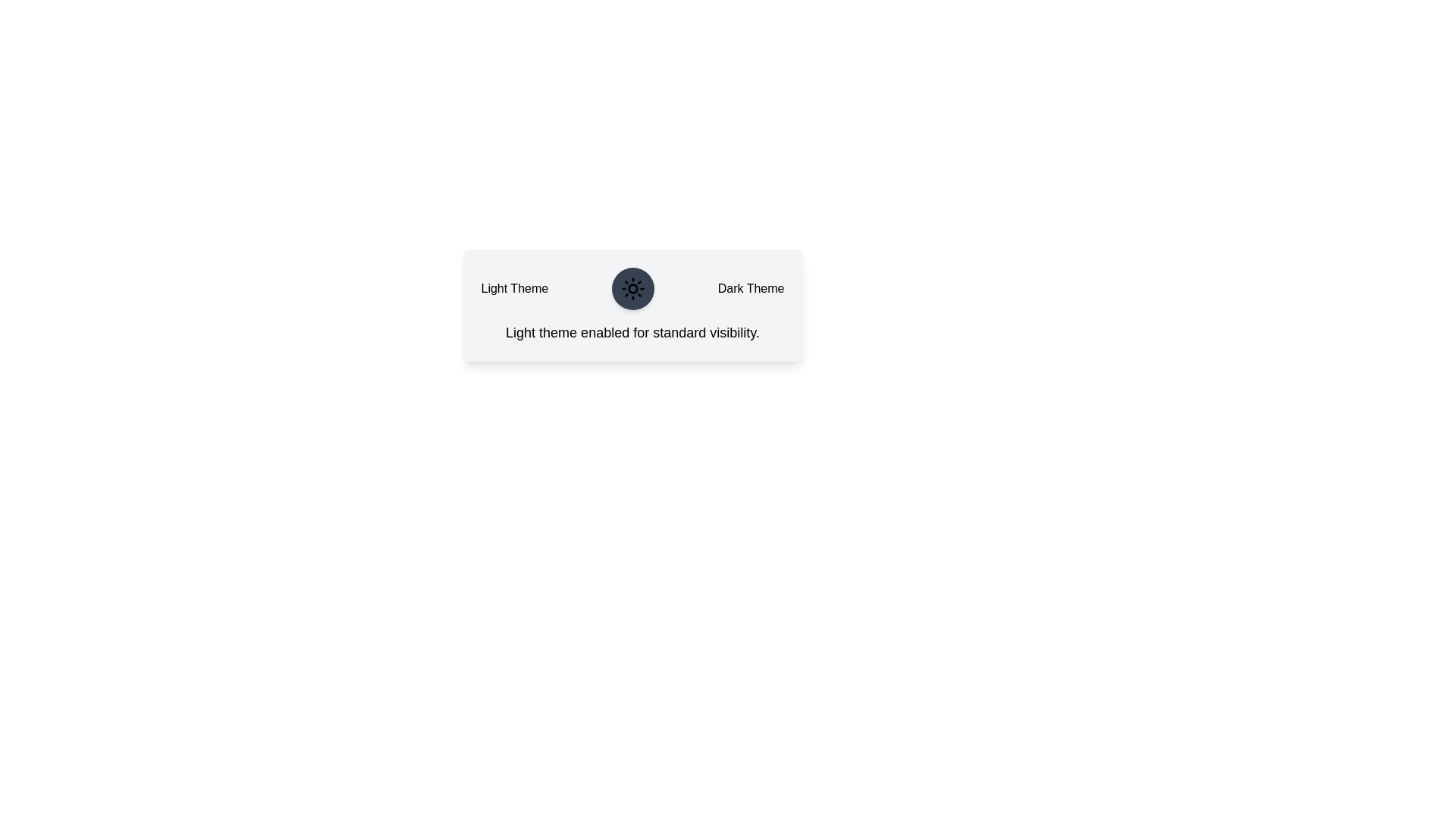 This screenshot has width=1456, height=819. What do you see at coordinates (633, 289) in the screenshot?
I see `theme toggle button to inspect the layout and text elements` at bounding box center [633, 289].